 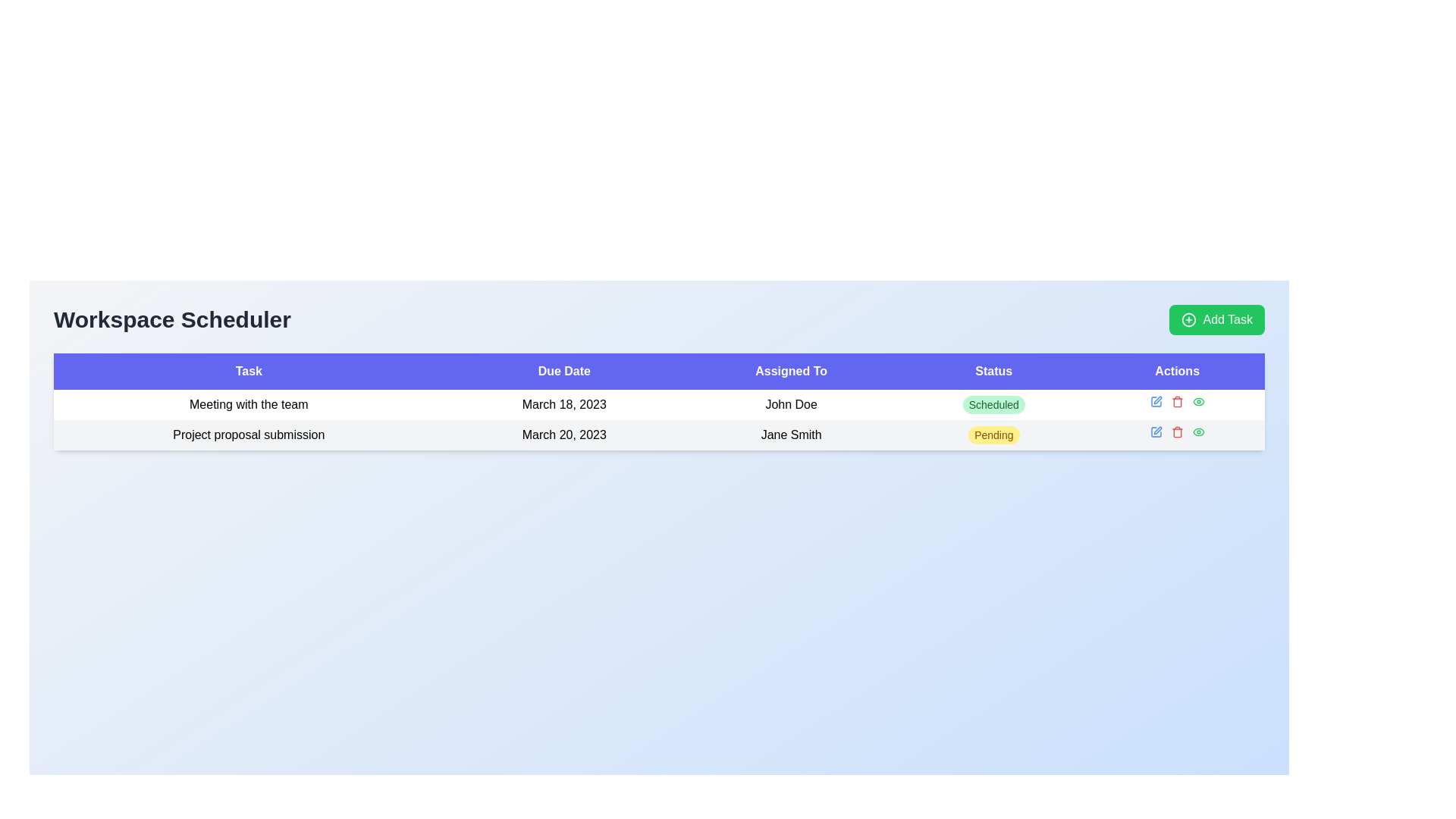 What do you see at coordinates (1188, 318) in the screenshot?
I see `the icon located on the left side of the 'Add Task' button, which symbolizes the action to add a new task` at bounding box center [1188, 318].